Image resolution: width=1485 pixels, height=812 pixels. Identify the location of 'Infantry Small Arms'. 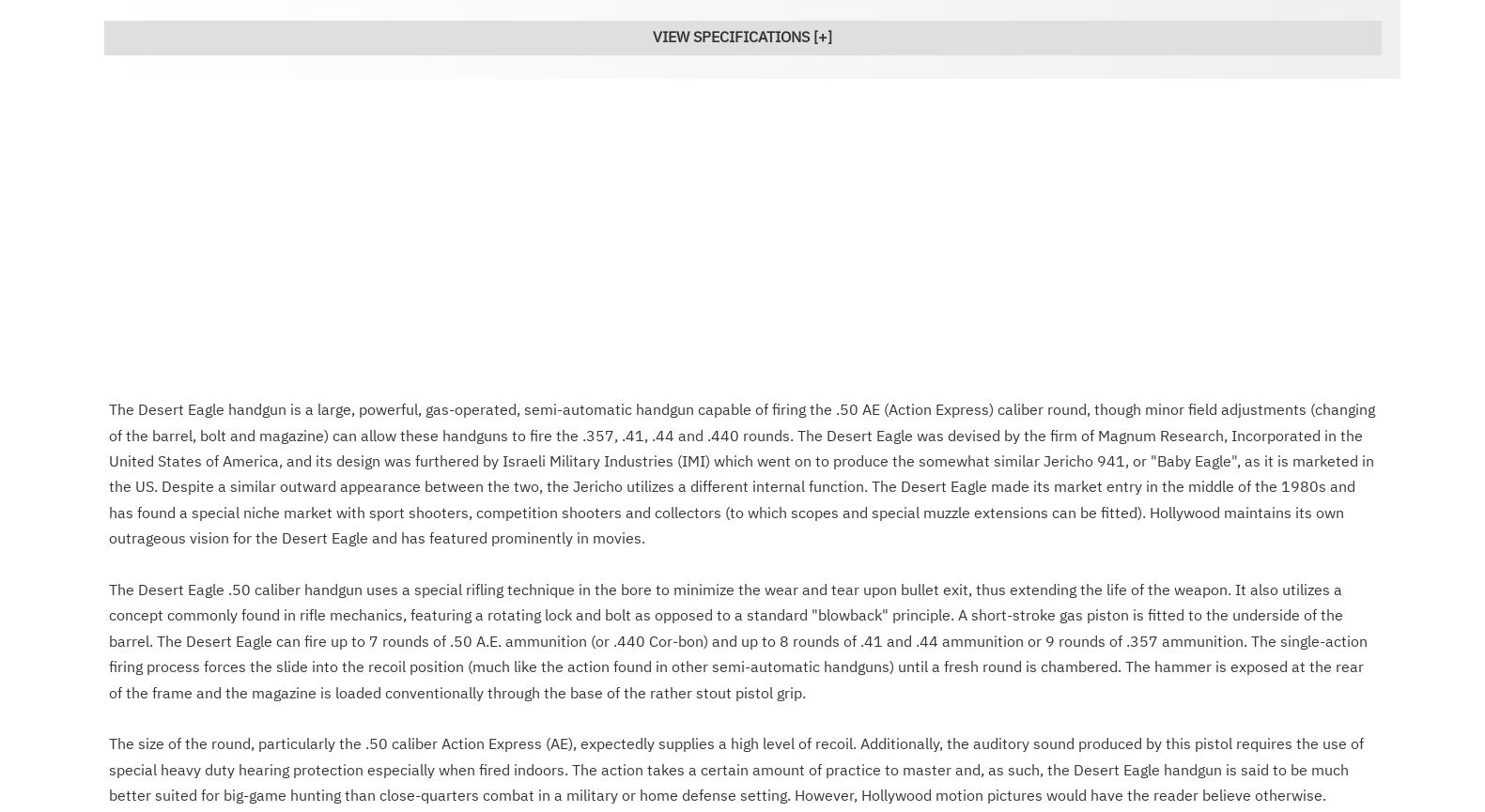
(184, 269).